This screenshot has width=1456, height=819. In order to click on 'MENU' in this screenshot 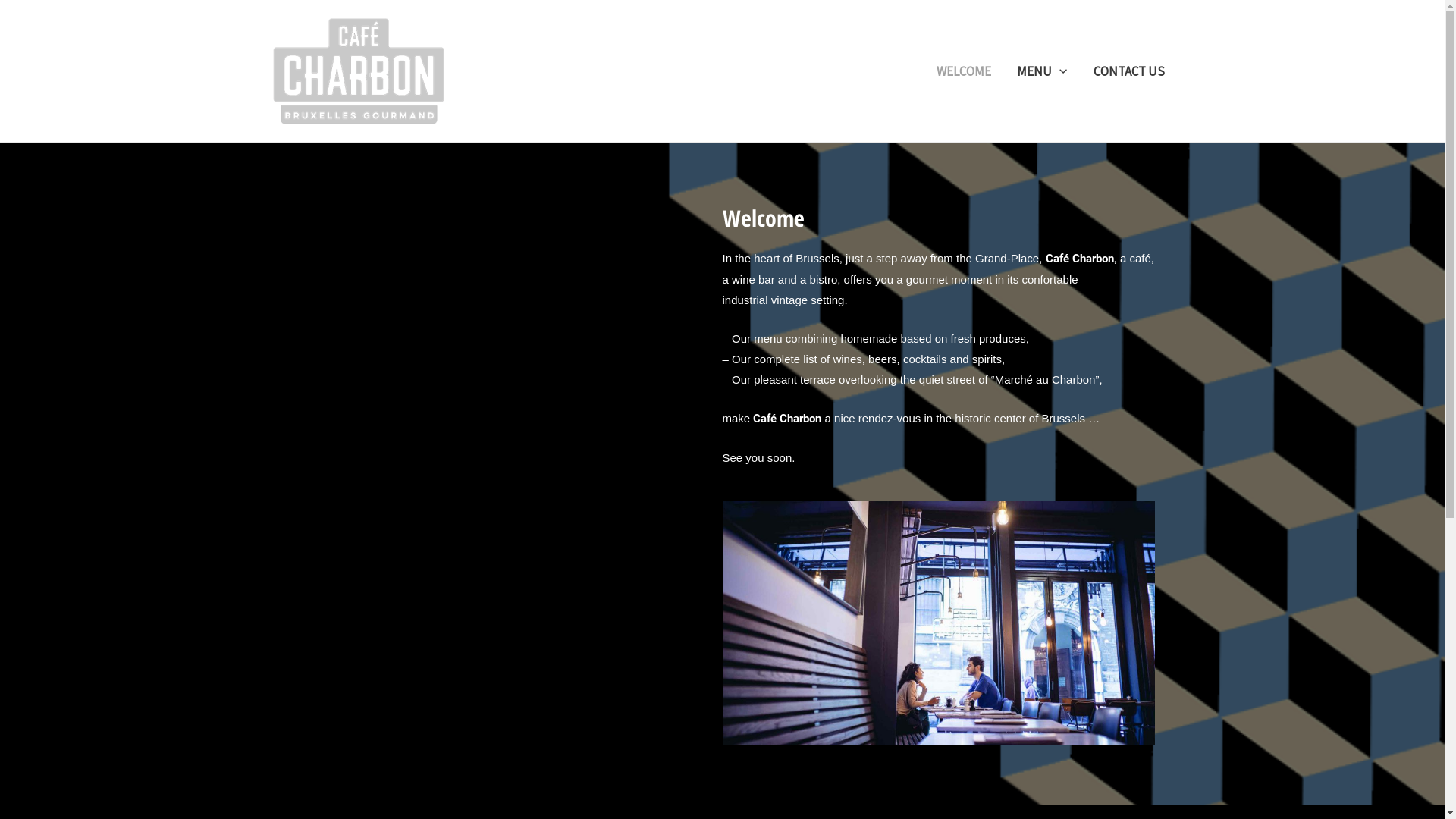, I will do `click(1004, 70)`.